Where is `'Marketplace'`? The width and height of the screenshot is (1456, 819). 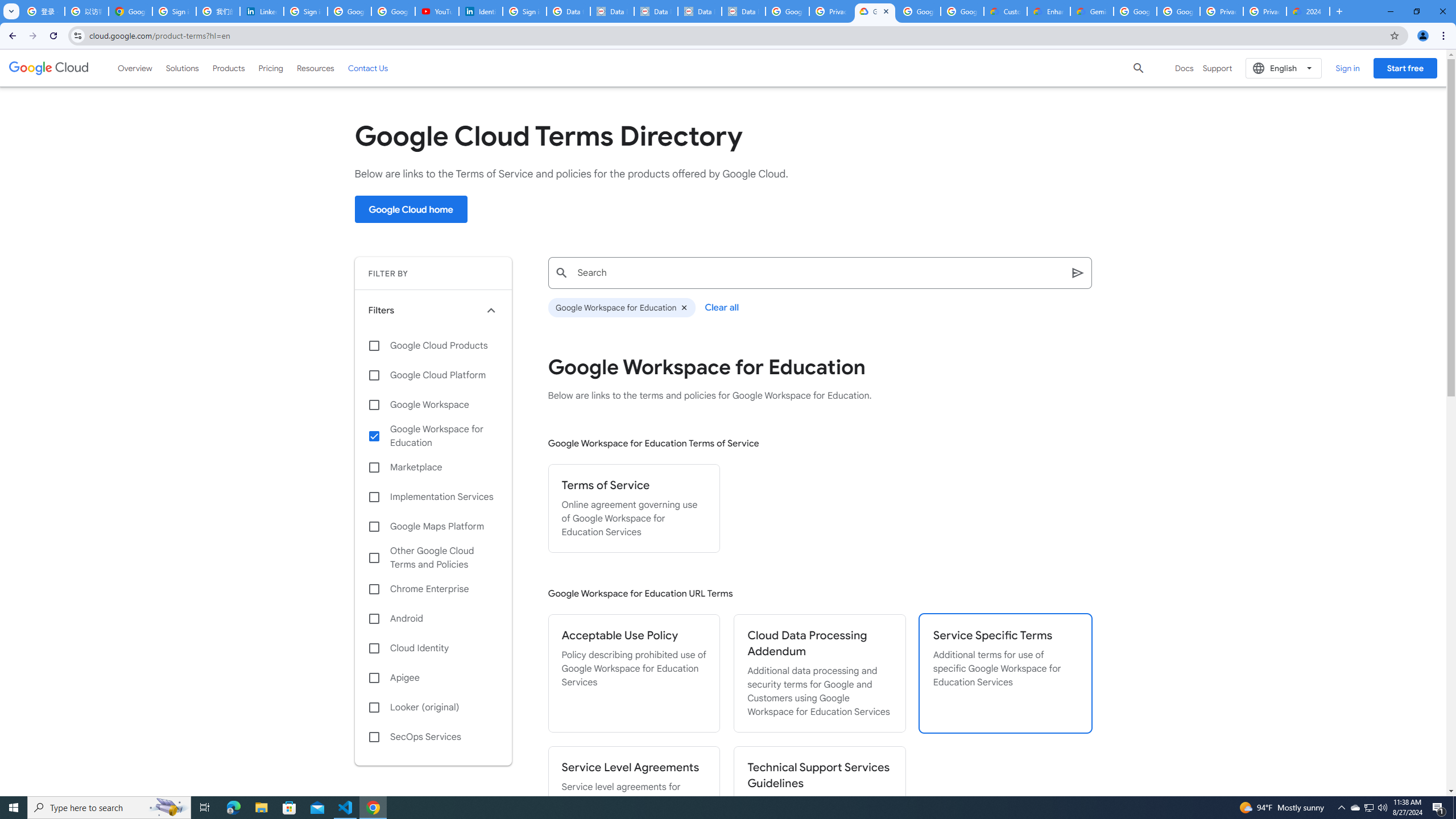 'Marketplace' is located at coordinates (433, 468).